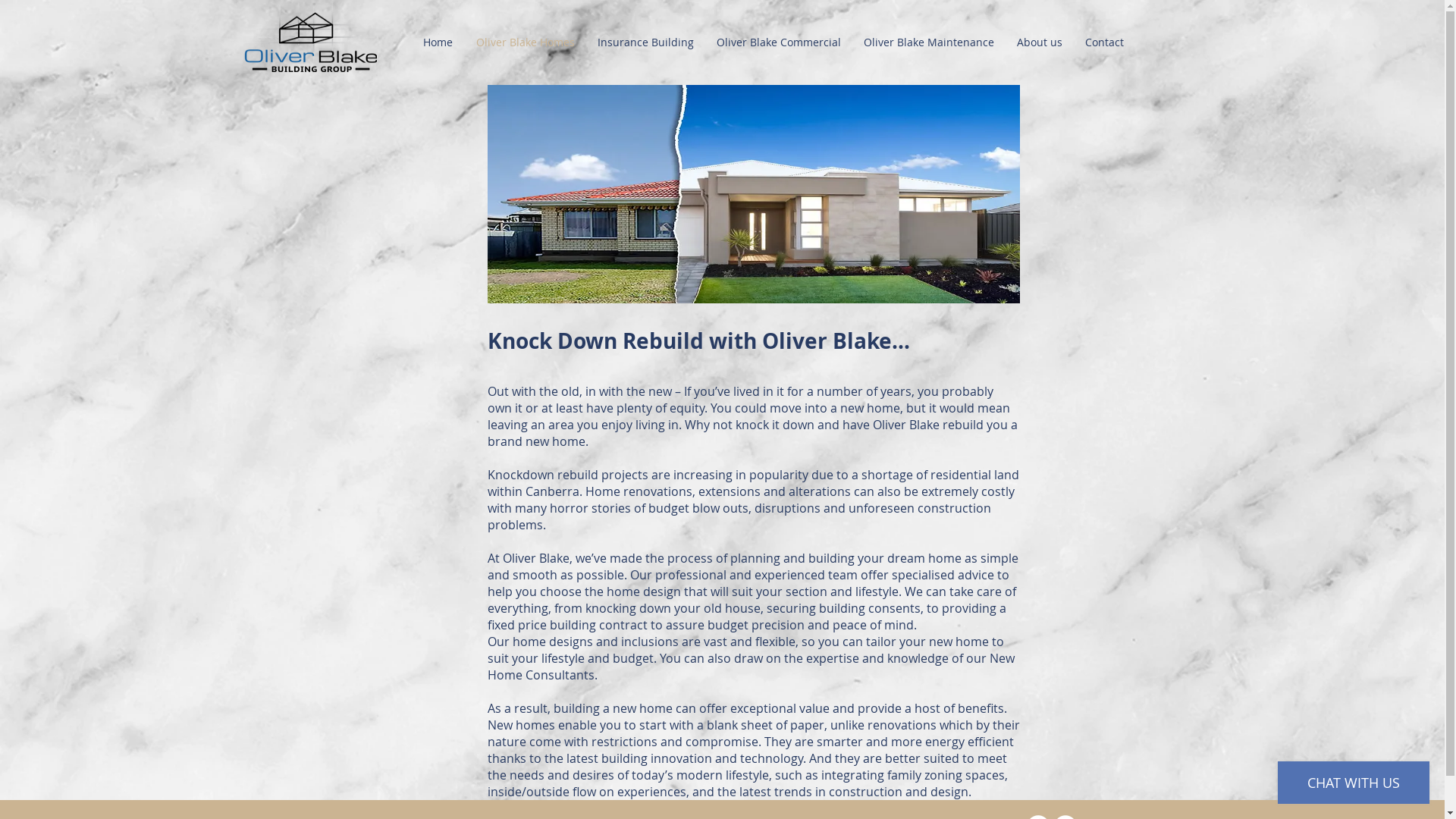  I want to click on 'Oliver Blake Commercial', so click(704, 41).